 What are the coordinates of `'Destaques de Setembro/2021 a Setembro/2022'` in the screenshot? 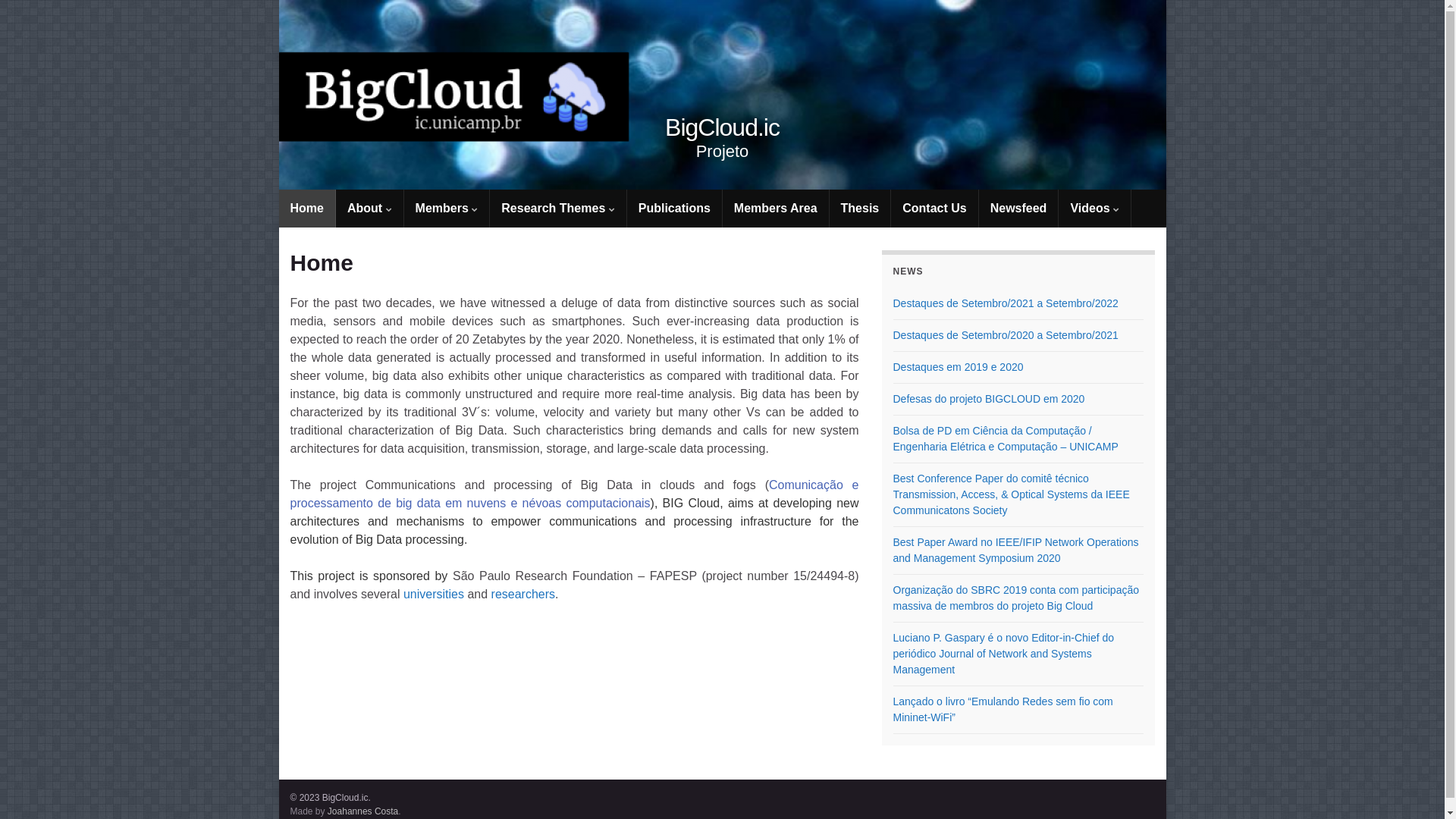 It's located at (1006, 303).